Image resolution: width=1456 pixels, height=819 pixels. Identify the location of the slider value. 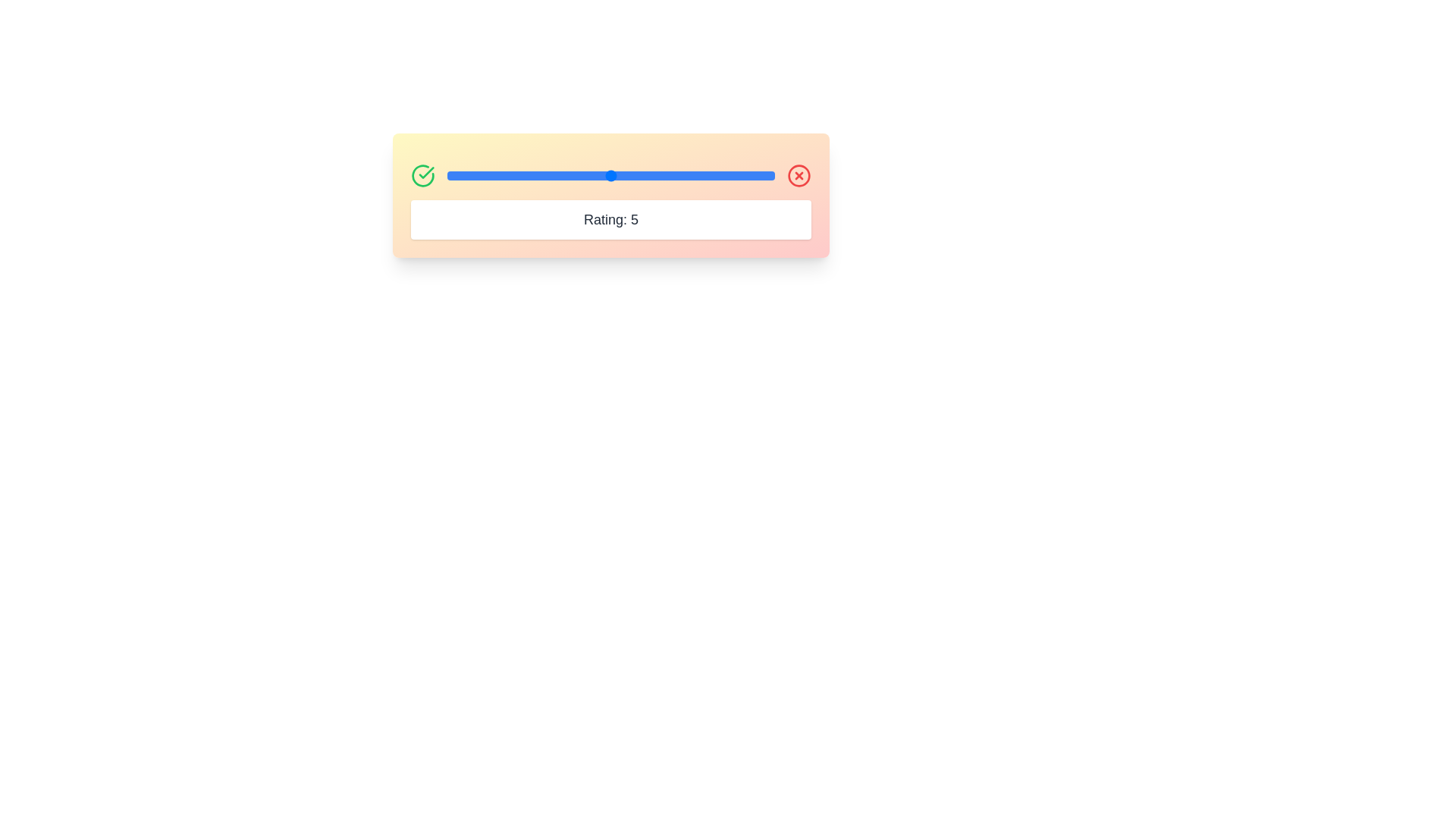
(742, 174).